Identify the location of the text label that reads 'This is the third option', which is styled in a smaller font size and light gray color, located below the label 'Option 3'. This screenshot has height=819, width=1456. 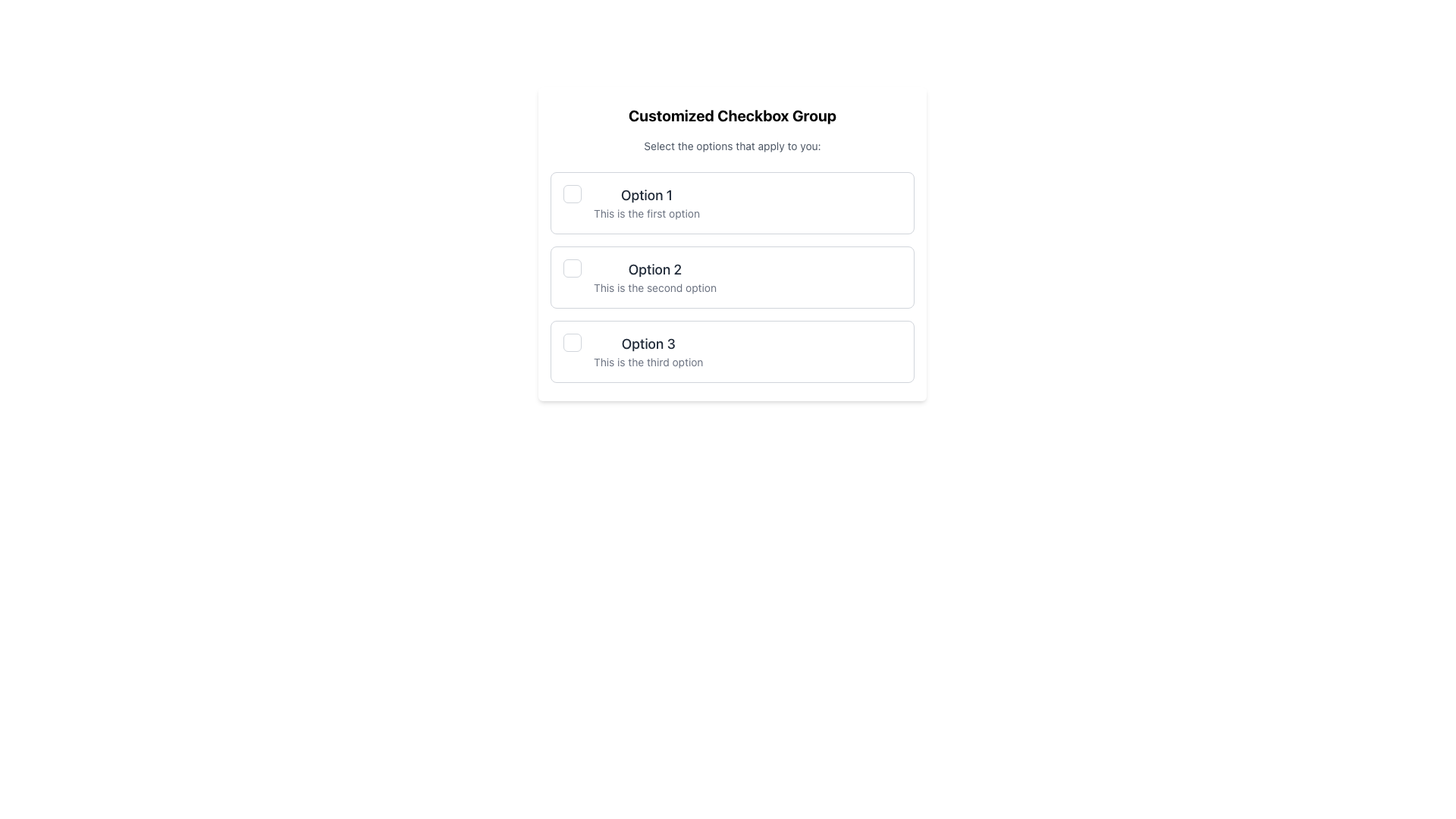
(648, 362).